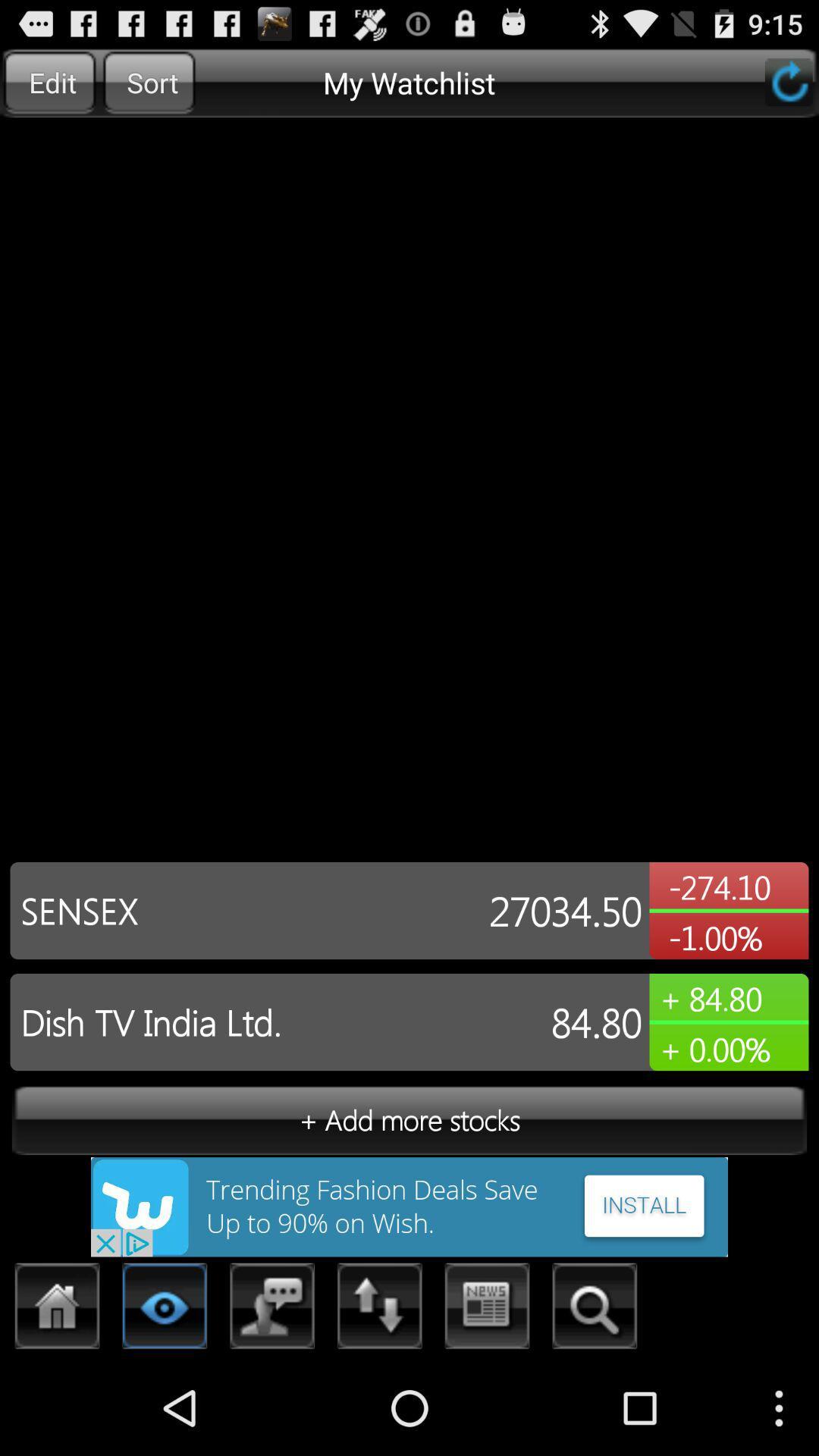 The height and width of the screenshot is (1456, 819). Describe the element at coordinates (409, 1206) in the screenshot. I see `install an app` at that location.